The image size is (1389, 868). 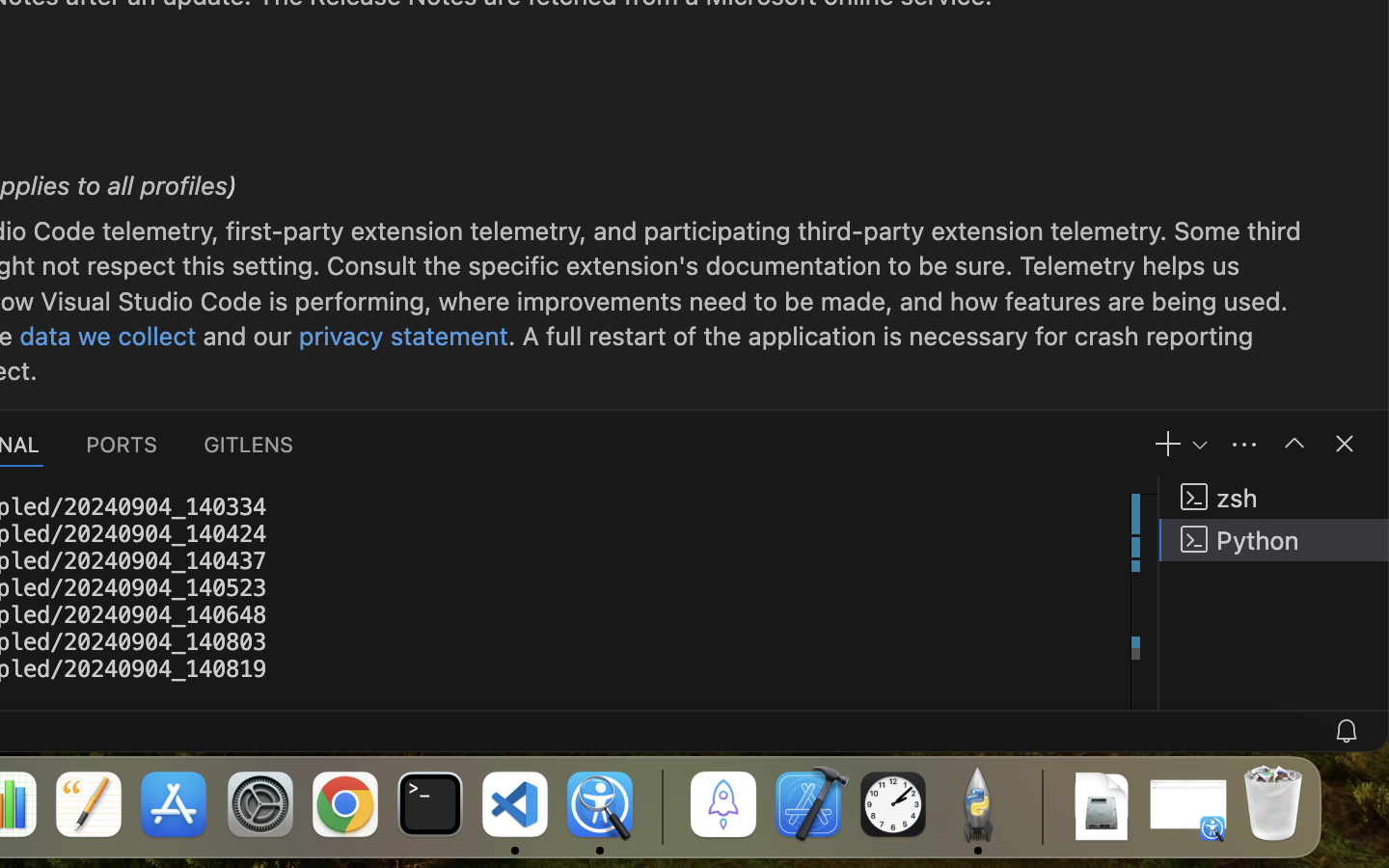 What do you see at coordinates (247, 336) in the screenshot?
I see `'and our'` at bounding box center [247, 336].